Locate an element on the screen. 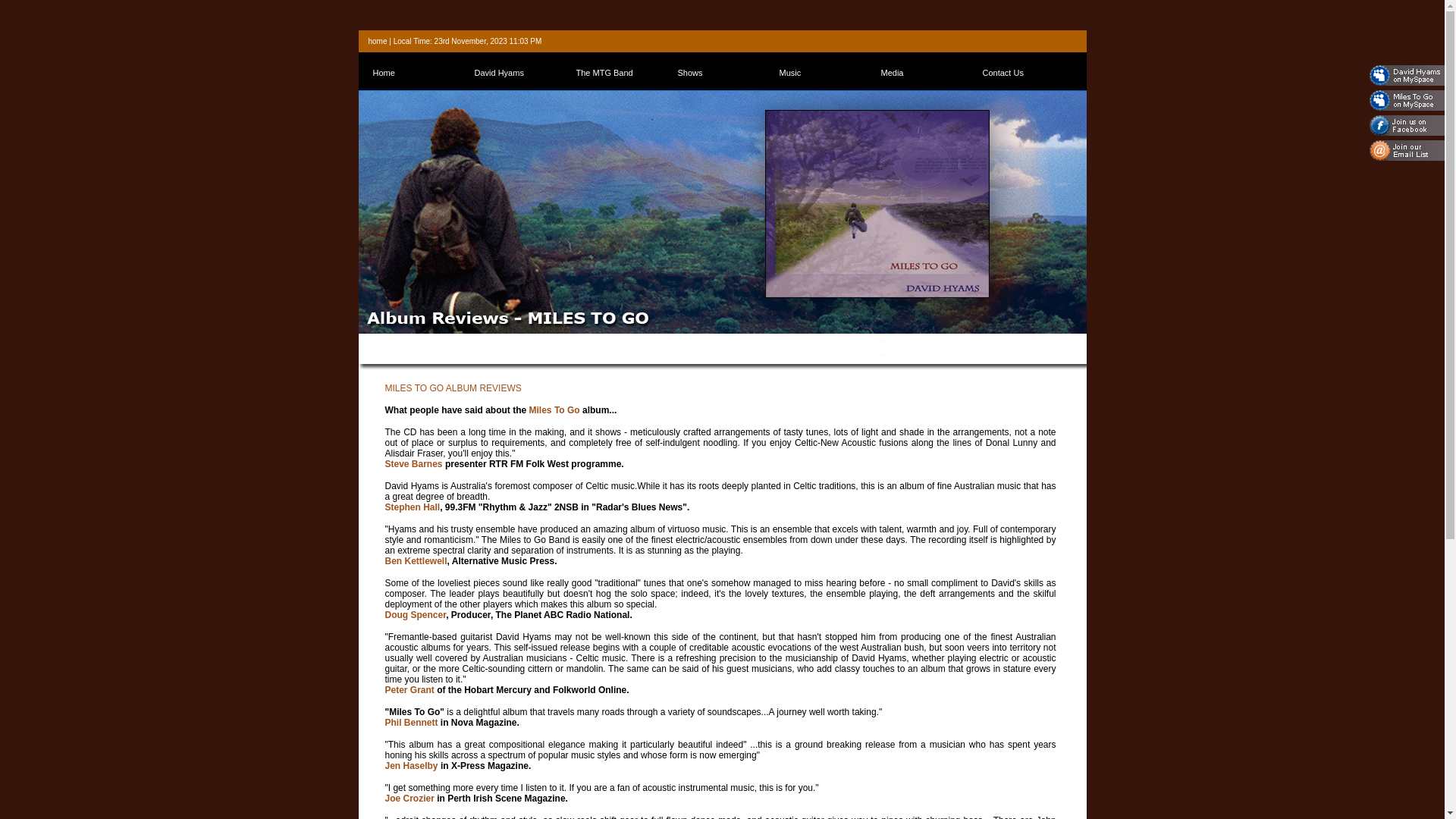 The image size is (1456, 819). 'Media' is located at coordinates (926, 73).